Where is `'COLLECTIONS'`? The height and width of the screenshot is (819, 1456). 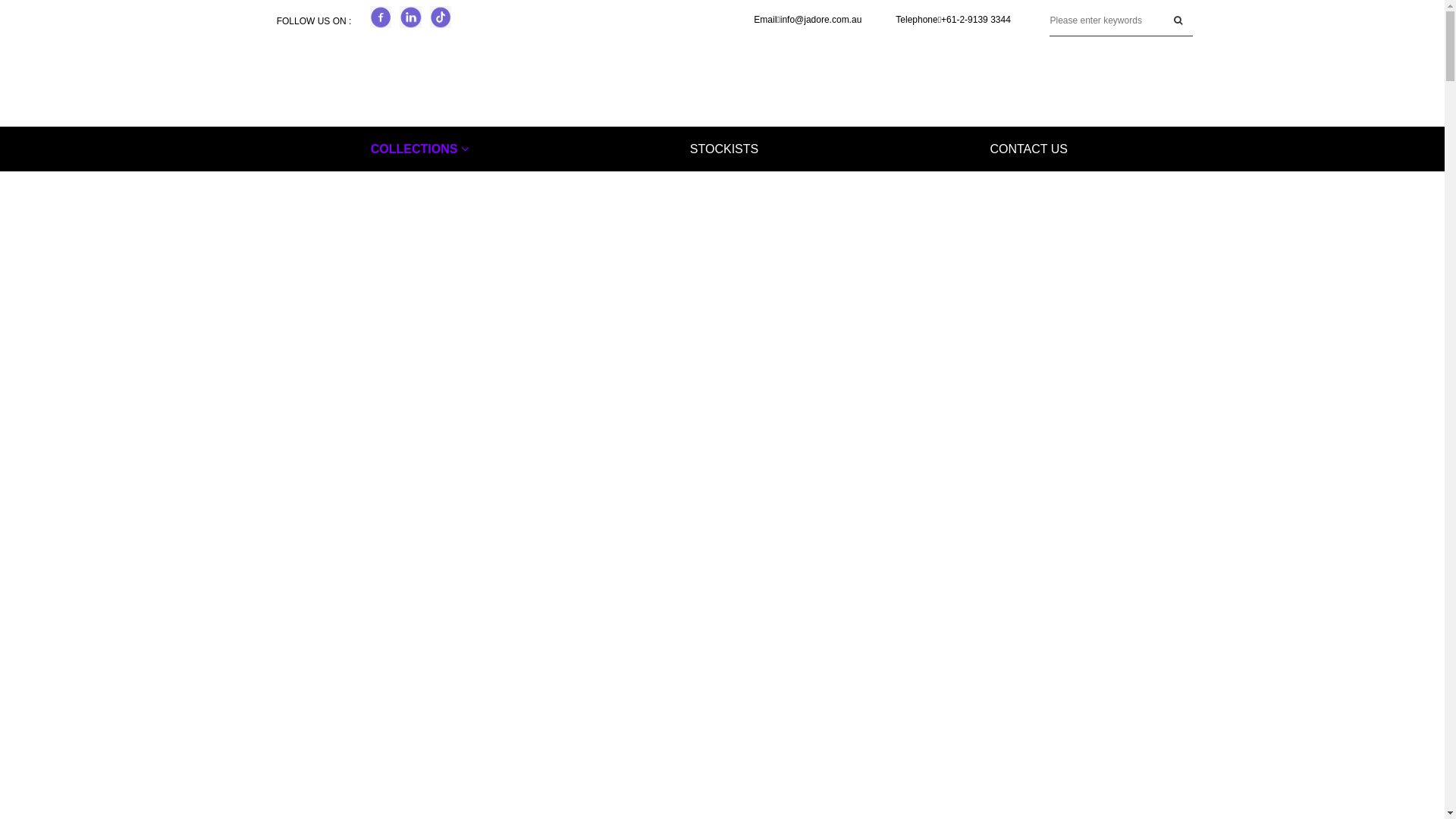 'COLLECTIONS' is located at coordinates (419, 149).